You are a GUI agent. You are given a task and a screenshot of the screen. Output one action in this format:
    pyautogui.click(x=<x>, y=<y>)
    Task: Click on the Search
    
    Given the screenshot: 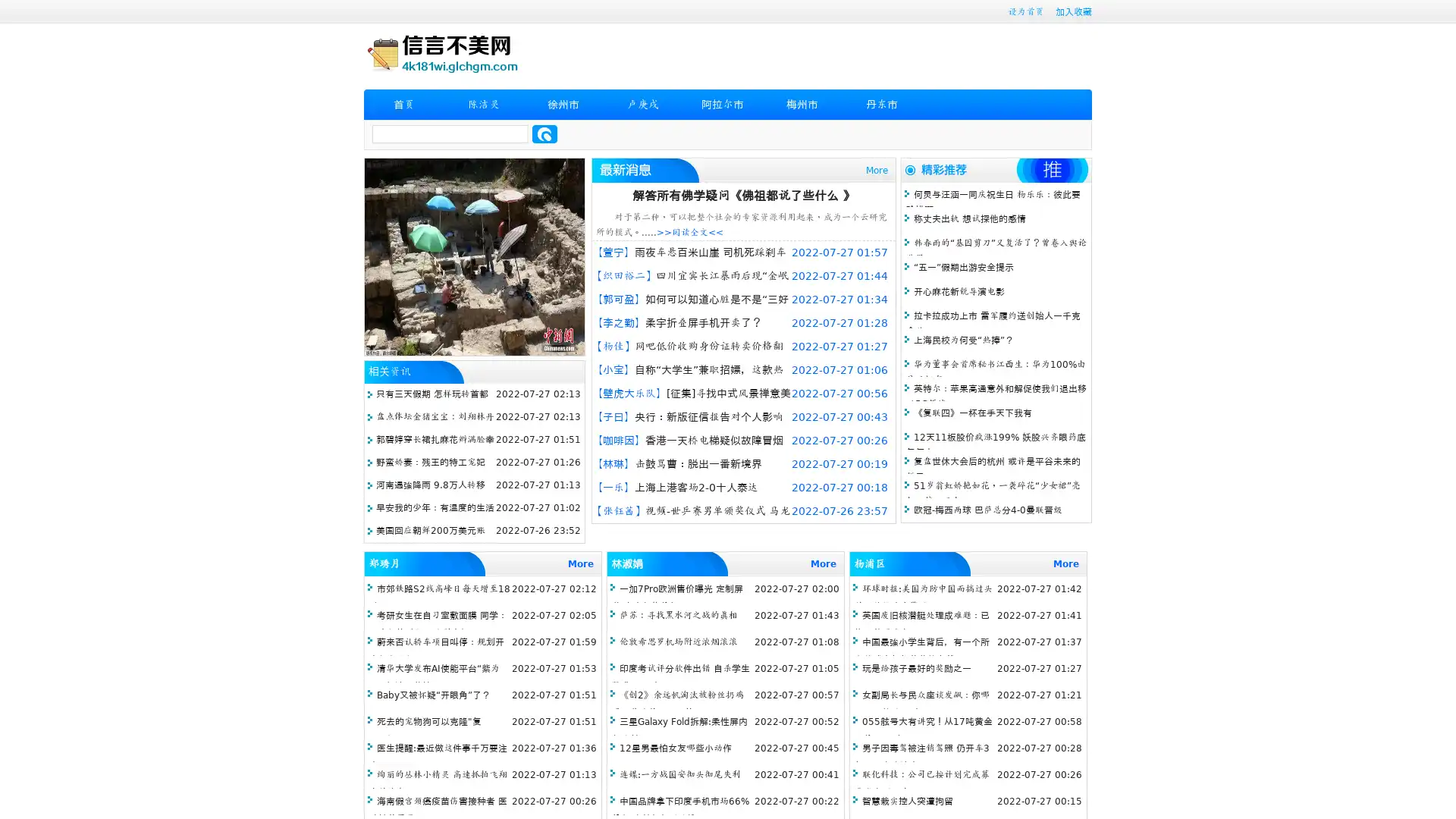 What is the action you would take?
    pyautogui.click(x=544, y=133)
    